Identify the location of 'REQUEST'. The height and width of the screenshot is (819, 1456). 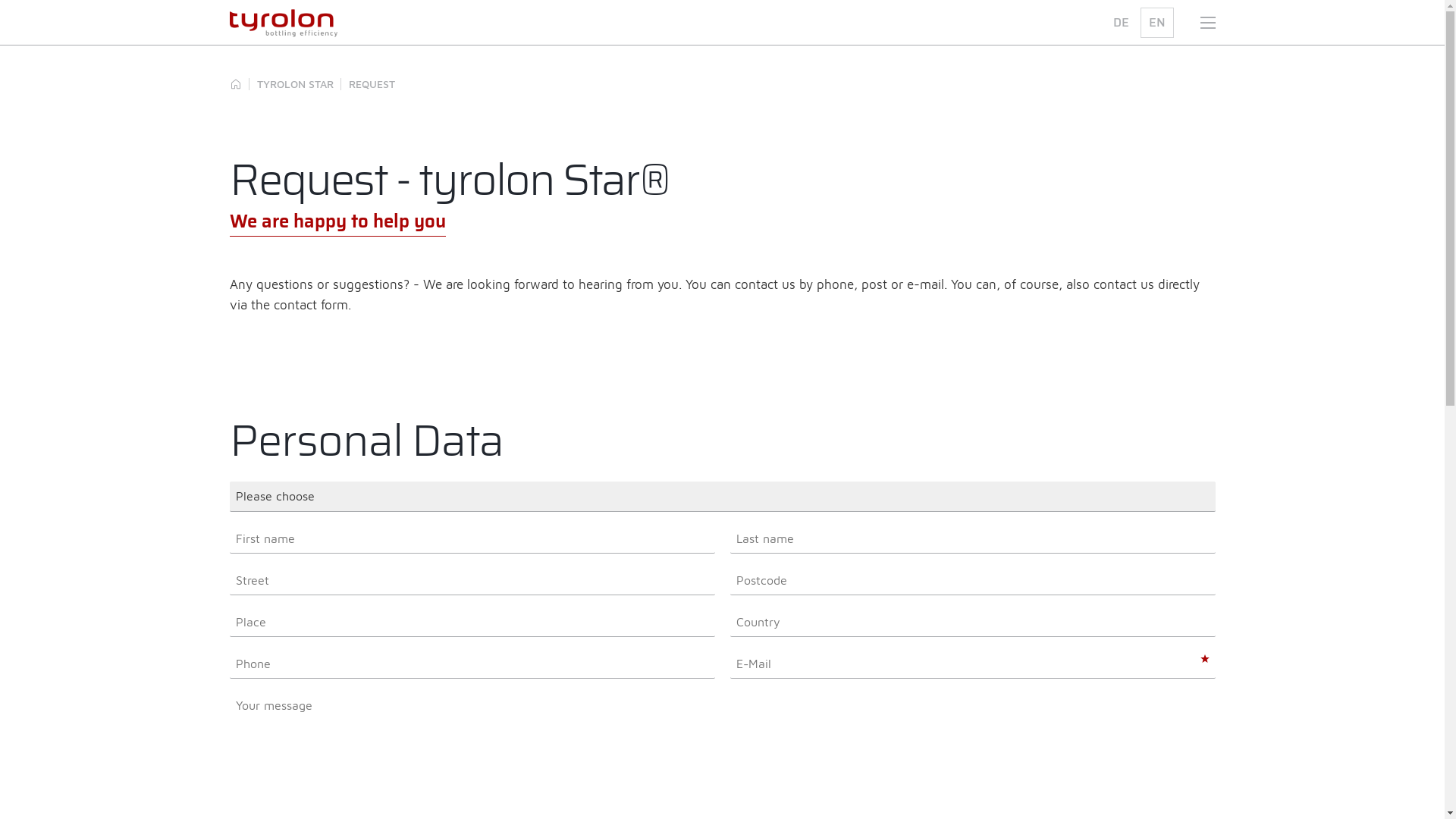
(372, 84).